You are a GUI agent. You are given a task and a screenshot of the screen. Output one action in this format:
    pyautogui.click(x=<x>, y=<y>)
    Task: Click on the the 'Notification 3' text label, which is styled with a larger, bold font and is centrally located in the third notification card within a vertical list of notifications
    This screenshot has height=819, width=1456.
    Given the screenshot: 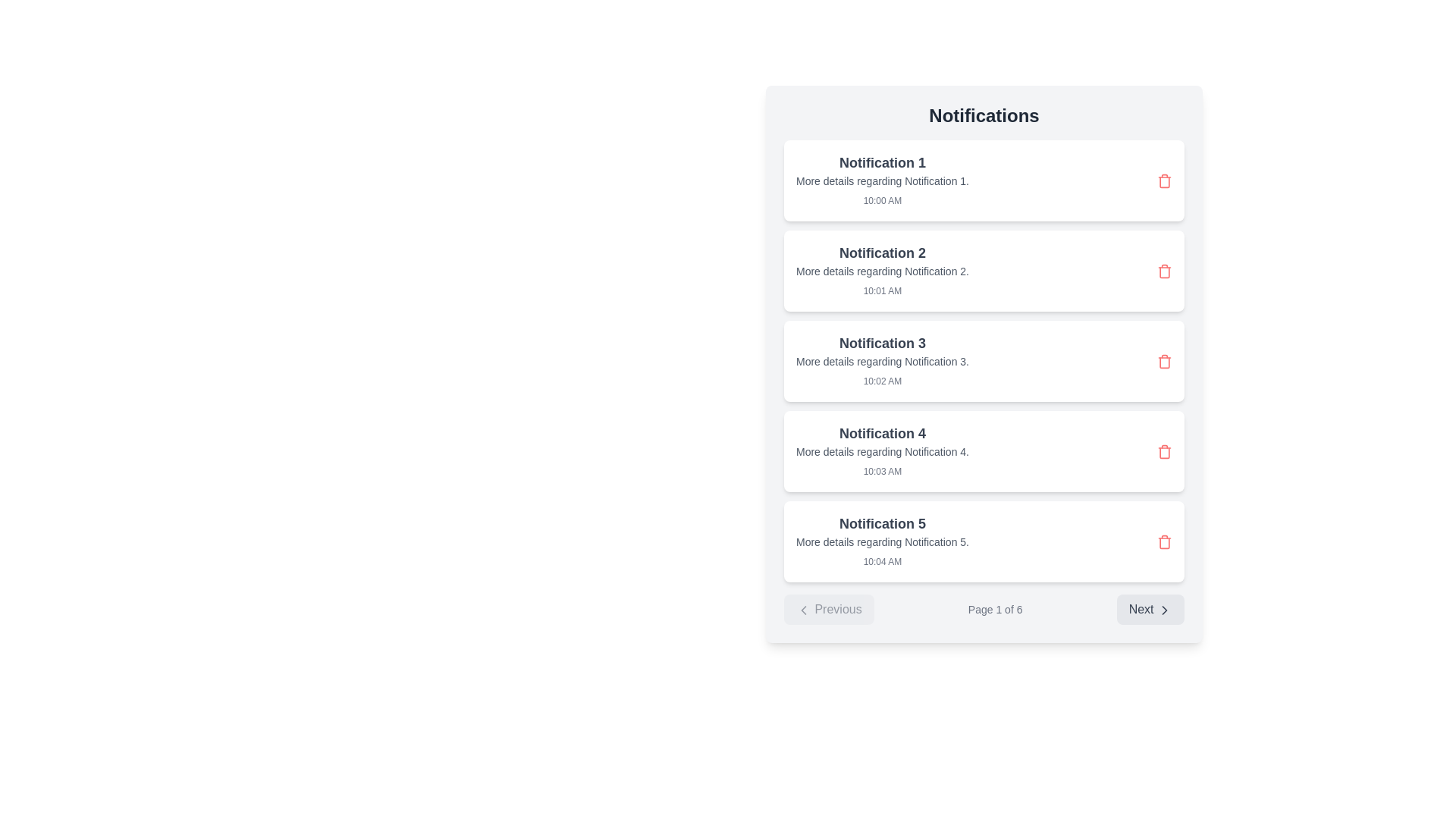 What is the action you would take?
    pyautogui.click(x=883, y=343)
    